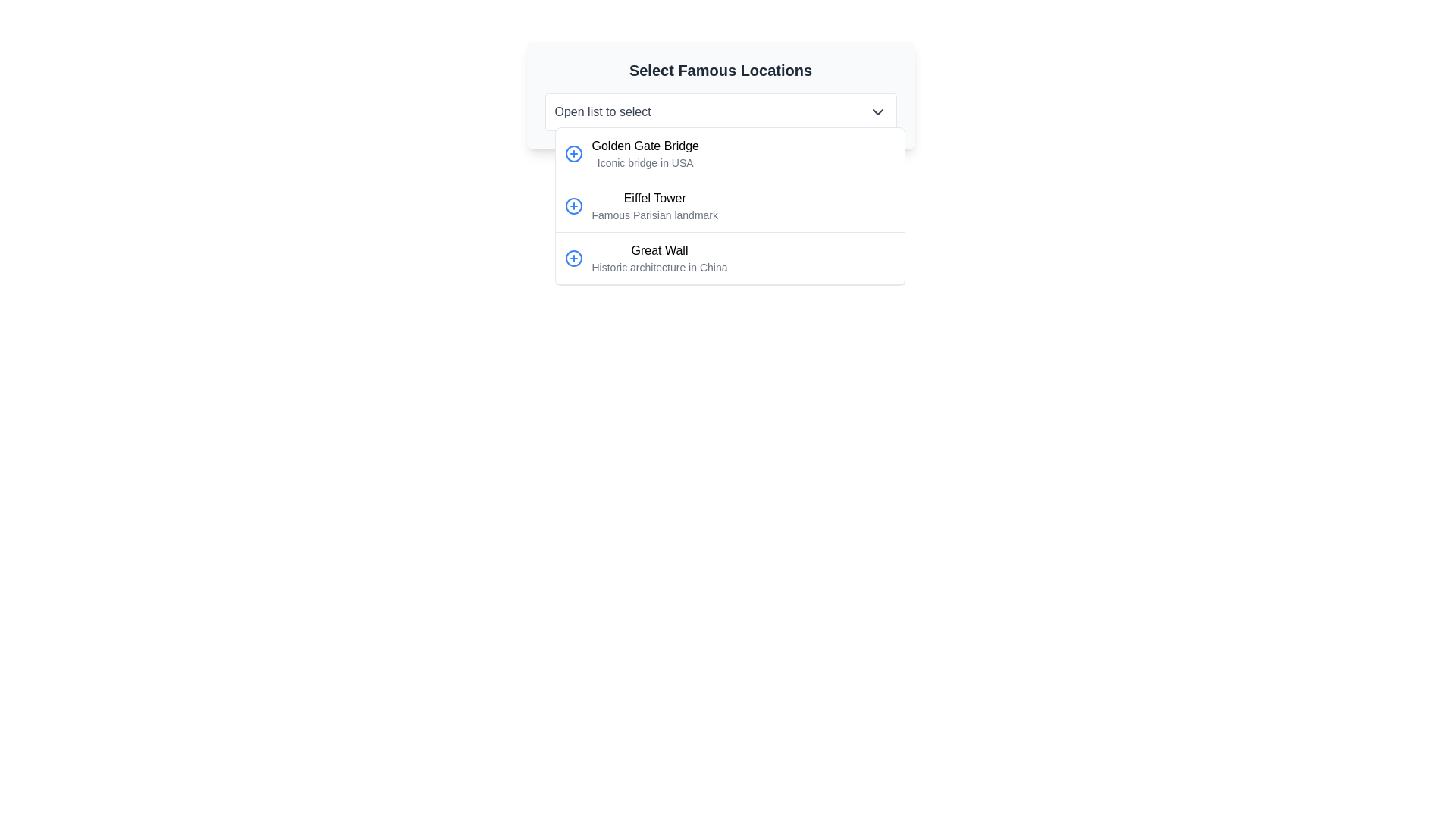 This screenshot has width=1456, height=819. I want to click on text label displaying 'Great Wall' within the dropdown menu labeled 'Select Famous Locations' to understand its context, so click(659, 250).